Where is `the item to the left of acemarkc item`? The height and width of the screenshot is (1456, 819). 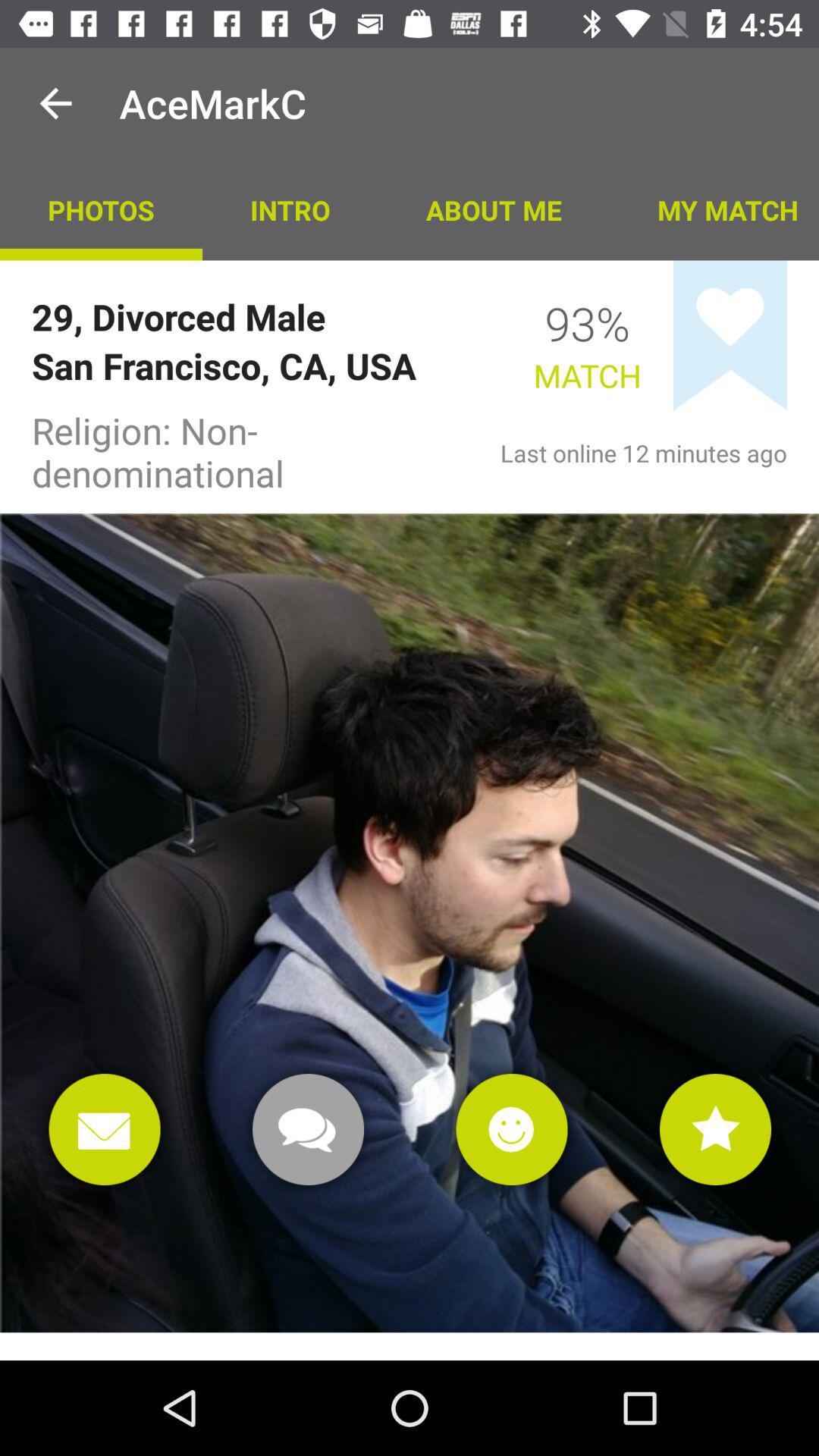 the item to the left of acemarkc item is located at coordinates (55, 102).